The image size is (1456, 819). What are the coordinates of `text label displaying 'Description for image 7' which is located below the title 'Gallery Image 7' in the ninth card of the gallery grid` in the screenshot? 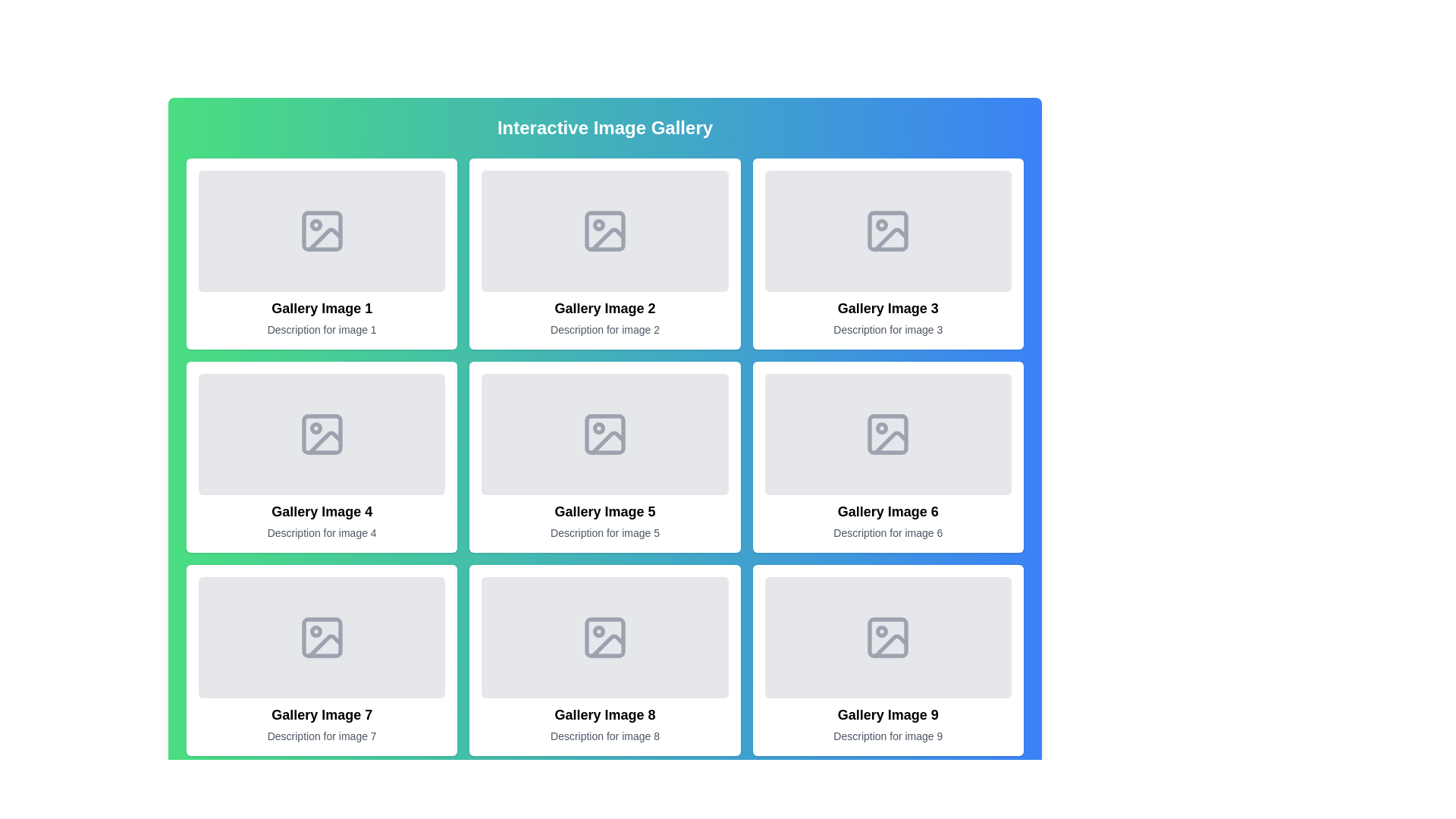 It's located at (321, 736).